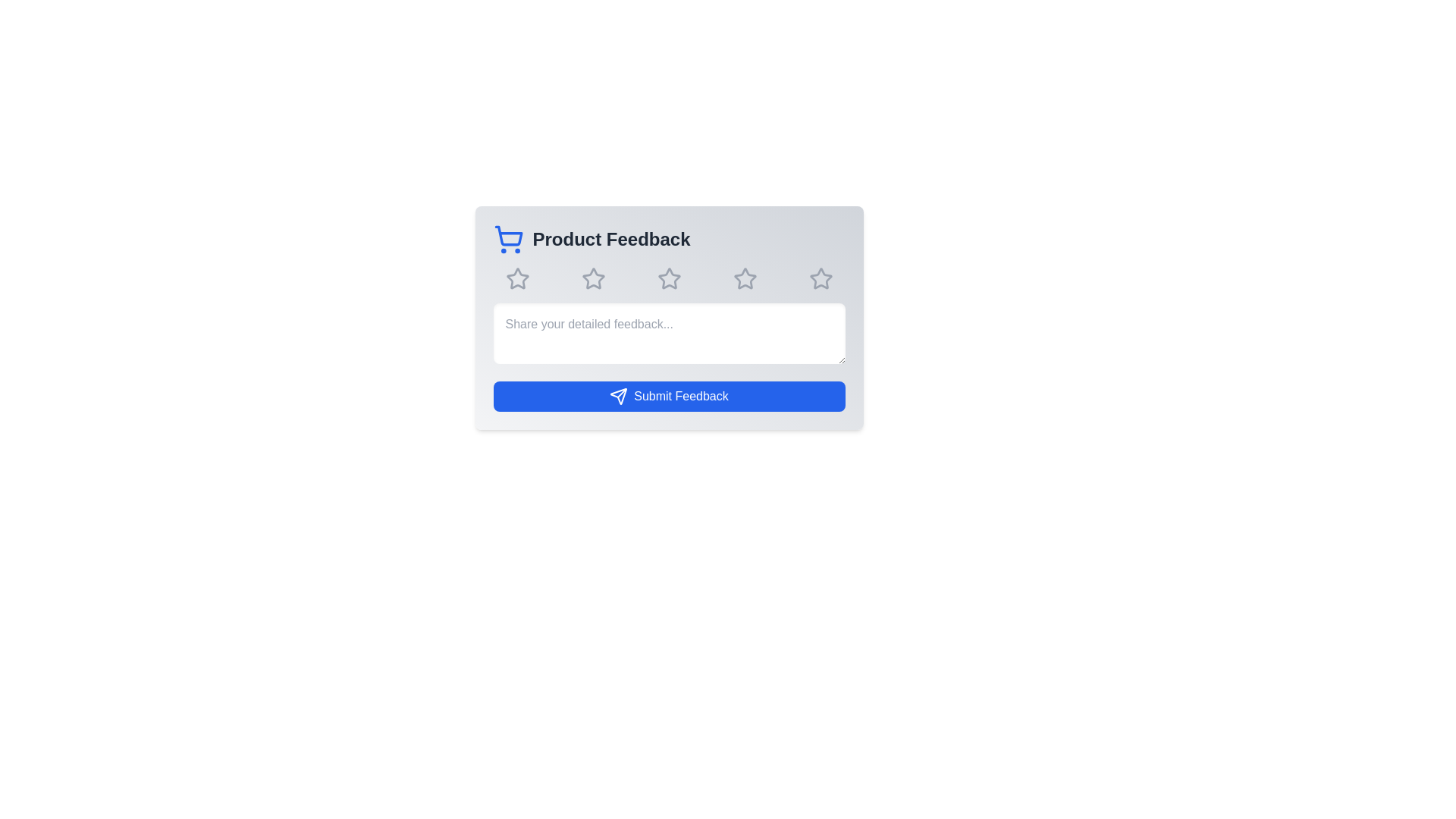 This screenshot has width=1456, height=819. Describe the element at coordinates (517, 278) in the screenshot. I see `the first star icon in the star rating component` at that location.